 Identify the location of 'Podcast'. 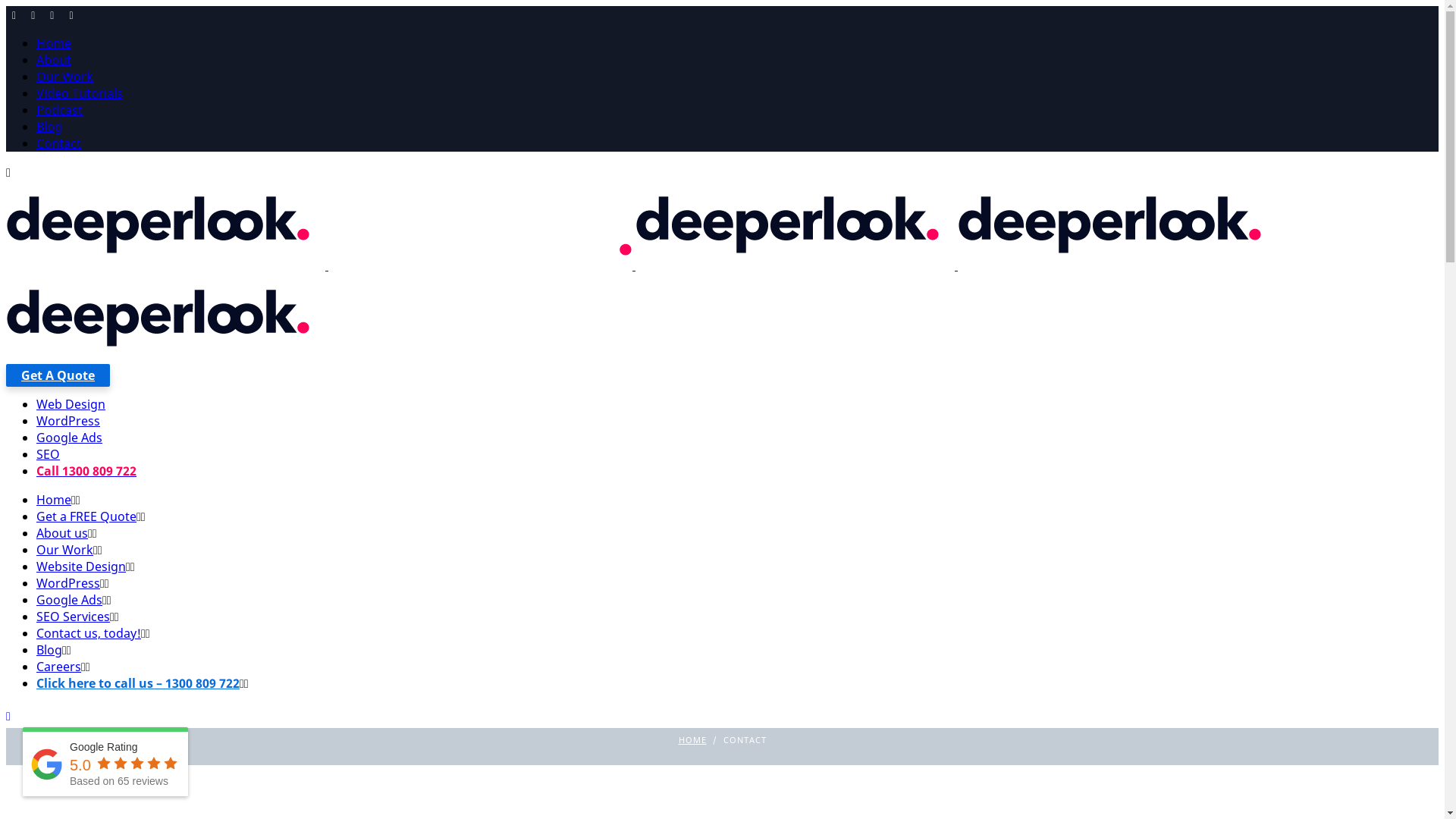
(36, 109).